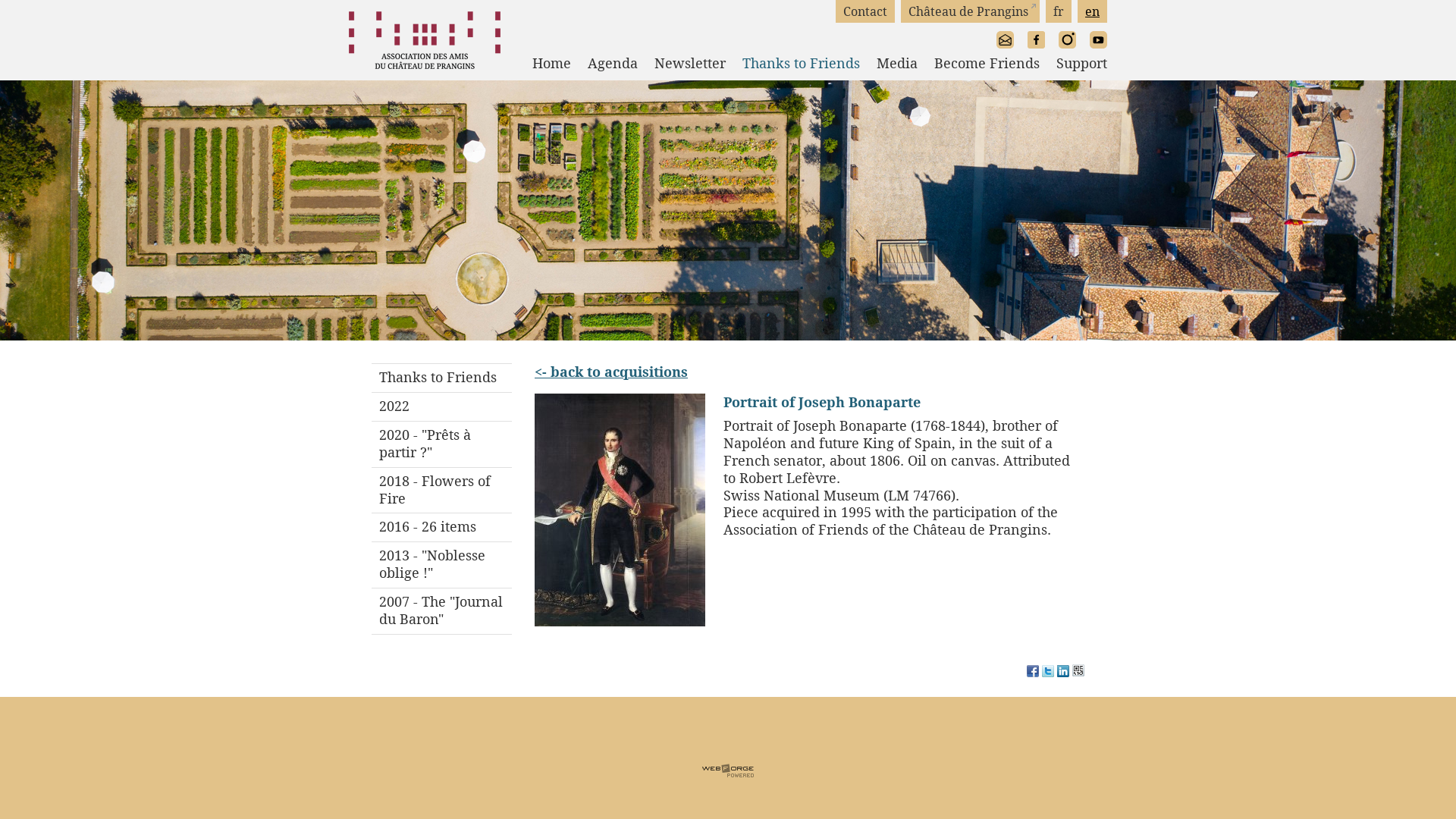 This screenshot has height=819, width=1456. Describe the element at coordinates (1032, 672) in the screenshot. I see `'Partager sur Facebook'` at that location.